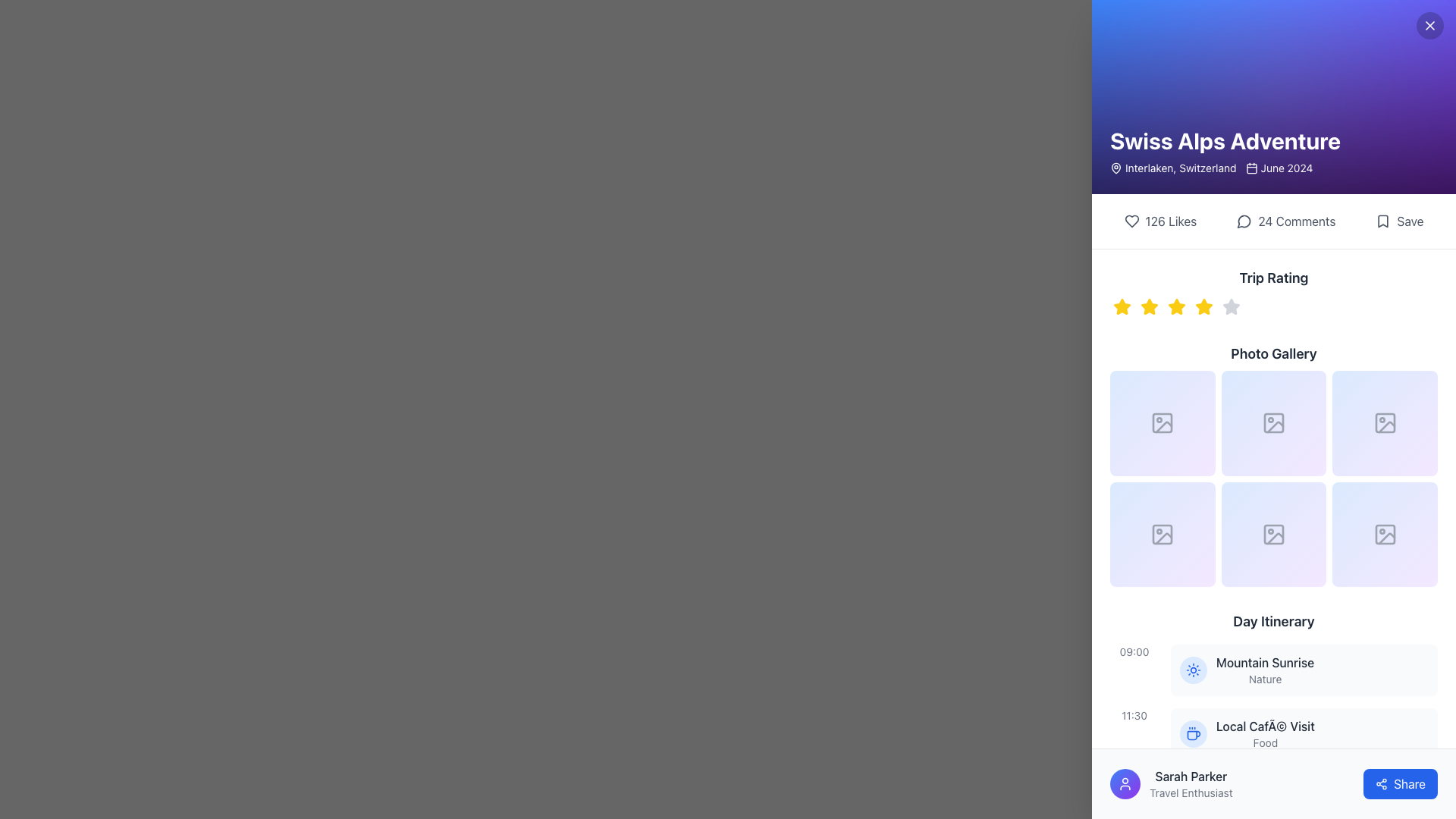 The height and width of the screenshot is (819, 1456). I want to click on the Text Label that provides context for the 'Mountain Sunrise' item in the 'Day Itinerary' section, located below the main label, so click(1265, 679).